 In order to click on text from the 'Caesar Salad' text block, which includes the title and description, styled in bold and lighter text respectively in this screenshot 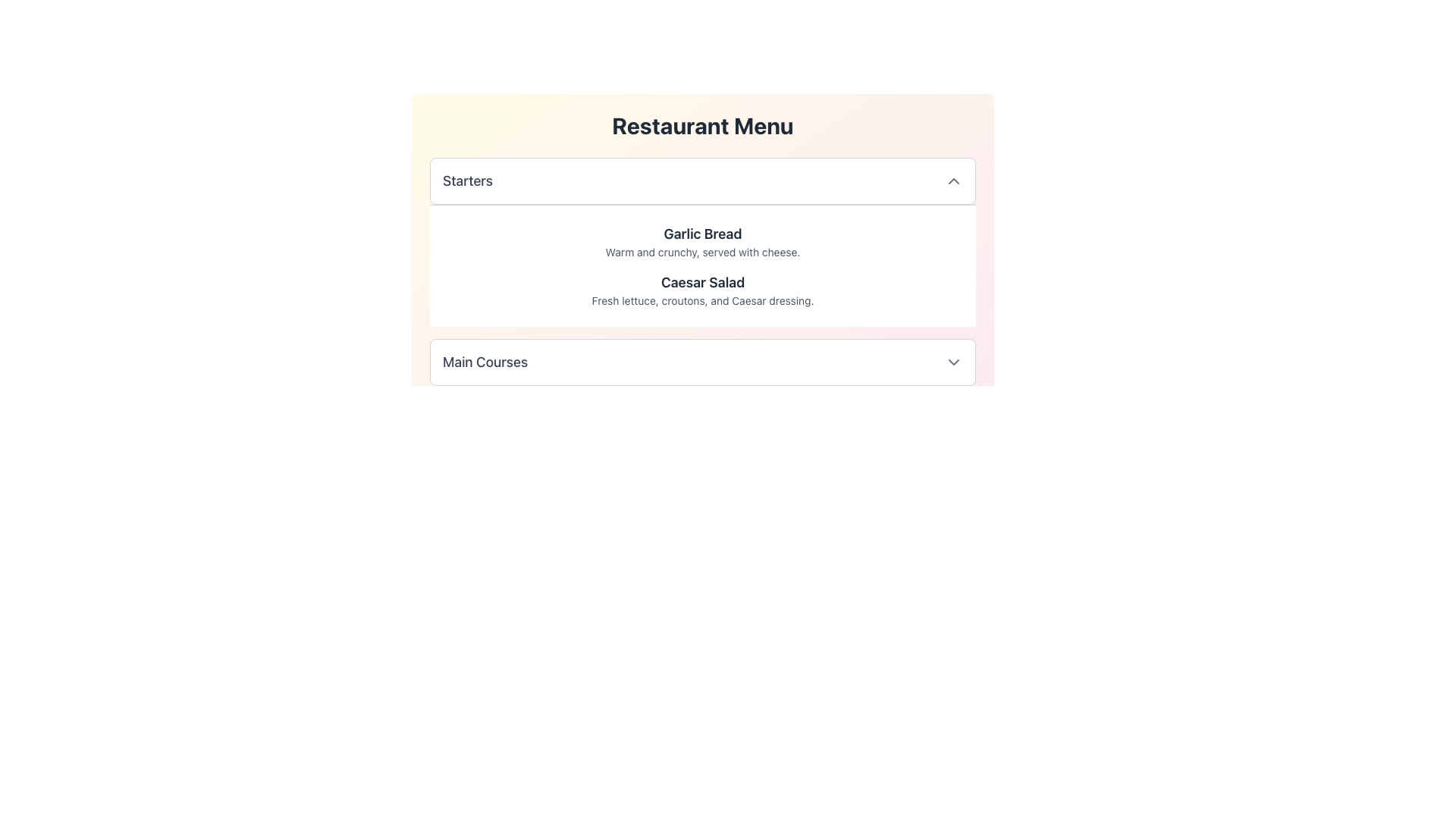, I will do `click(701, 290)`.